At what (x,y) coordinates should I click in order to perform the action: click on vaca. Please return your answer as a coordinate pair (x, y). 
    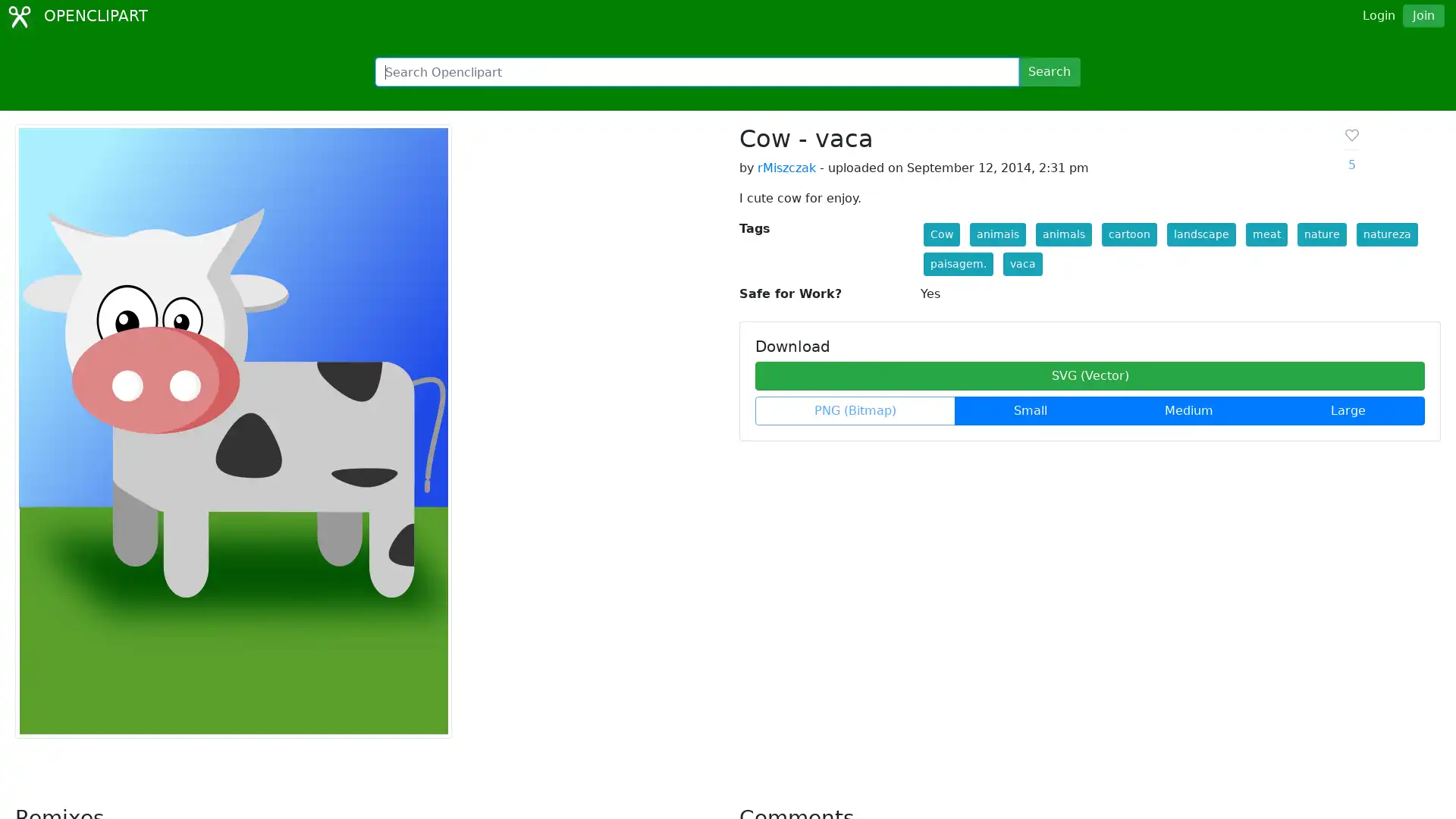
    Looking at the image, I should click on (1022, 263).